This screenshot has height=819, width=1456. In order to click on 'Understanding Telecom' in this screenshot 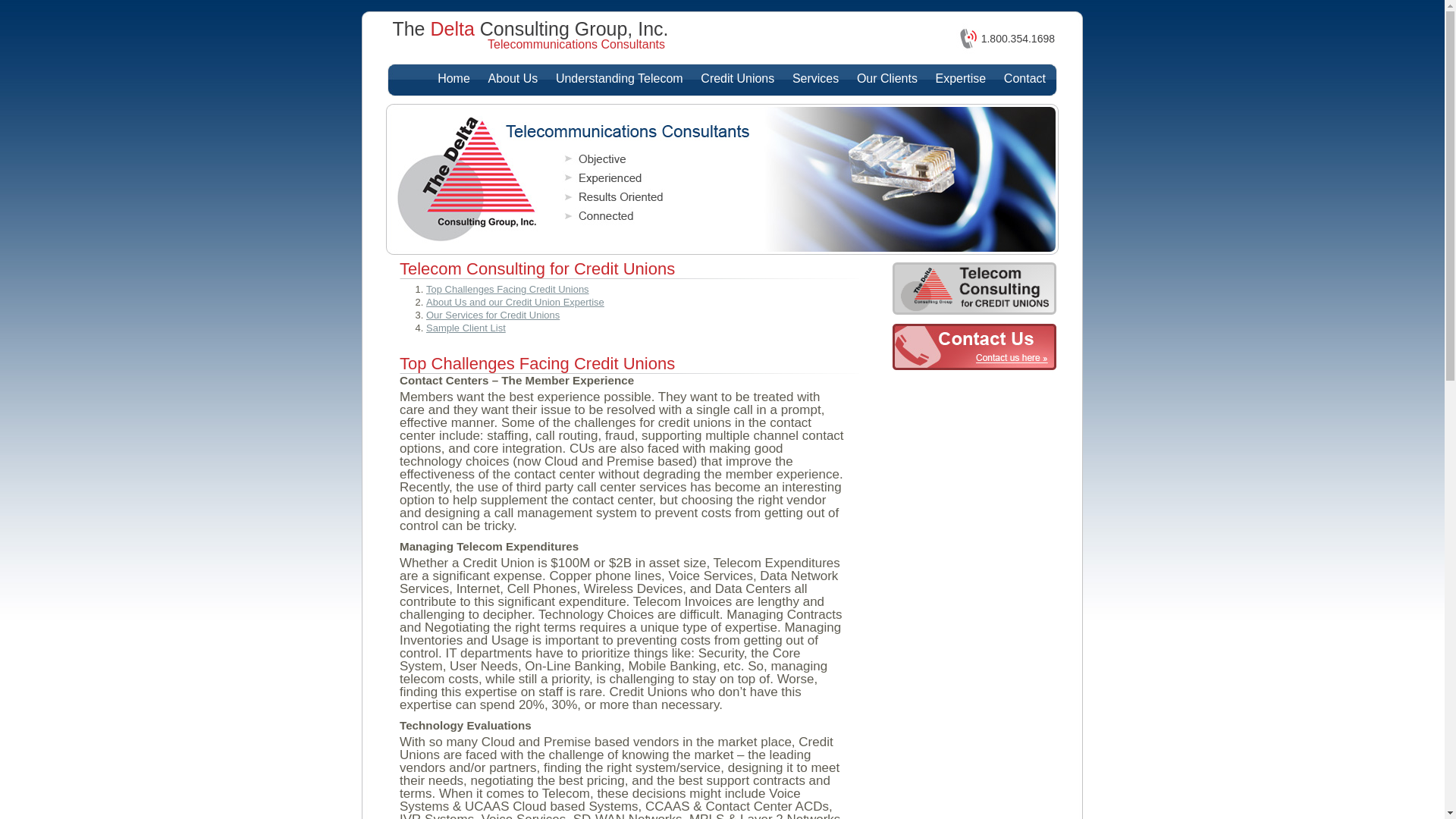, I will do `click(619, 78)`.